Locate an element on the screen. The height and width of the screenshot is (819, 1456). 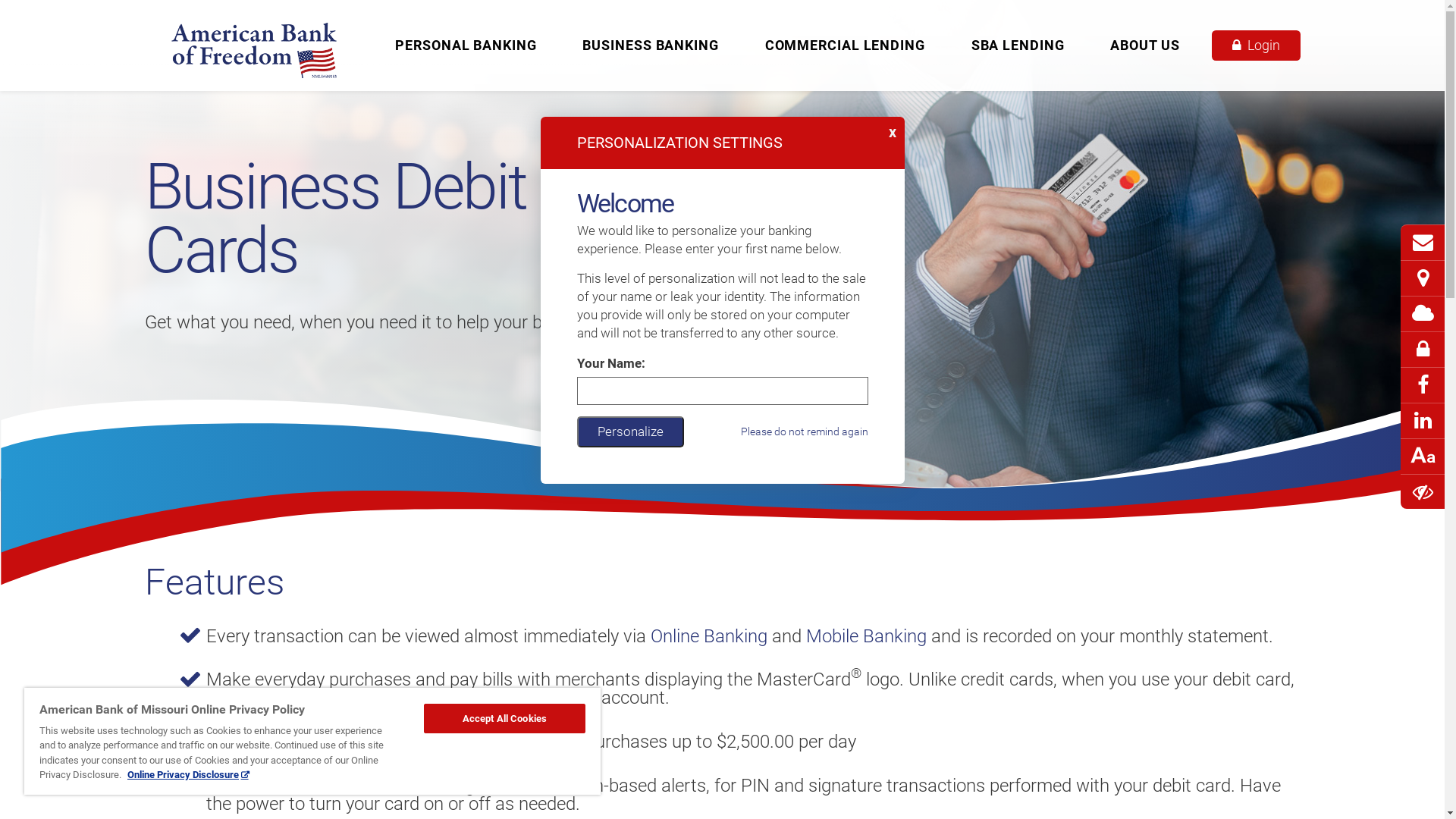
'Secure File Transfer' is located at coordinates (1422, 356).